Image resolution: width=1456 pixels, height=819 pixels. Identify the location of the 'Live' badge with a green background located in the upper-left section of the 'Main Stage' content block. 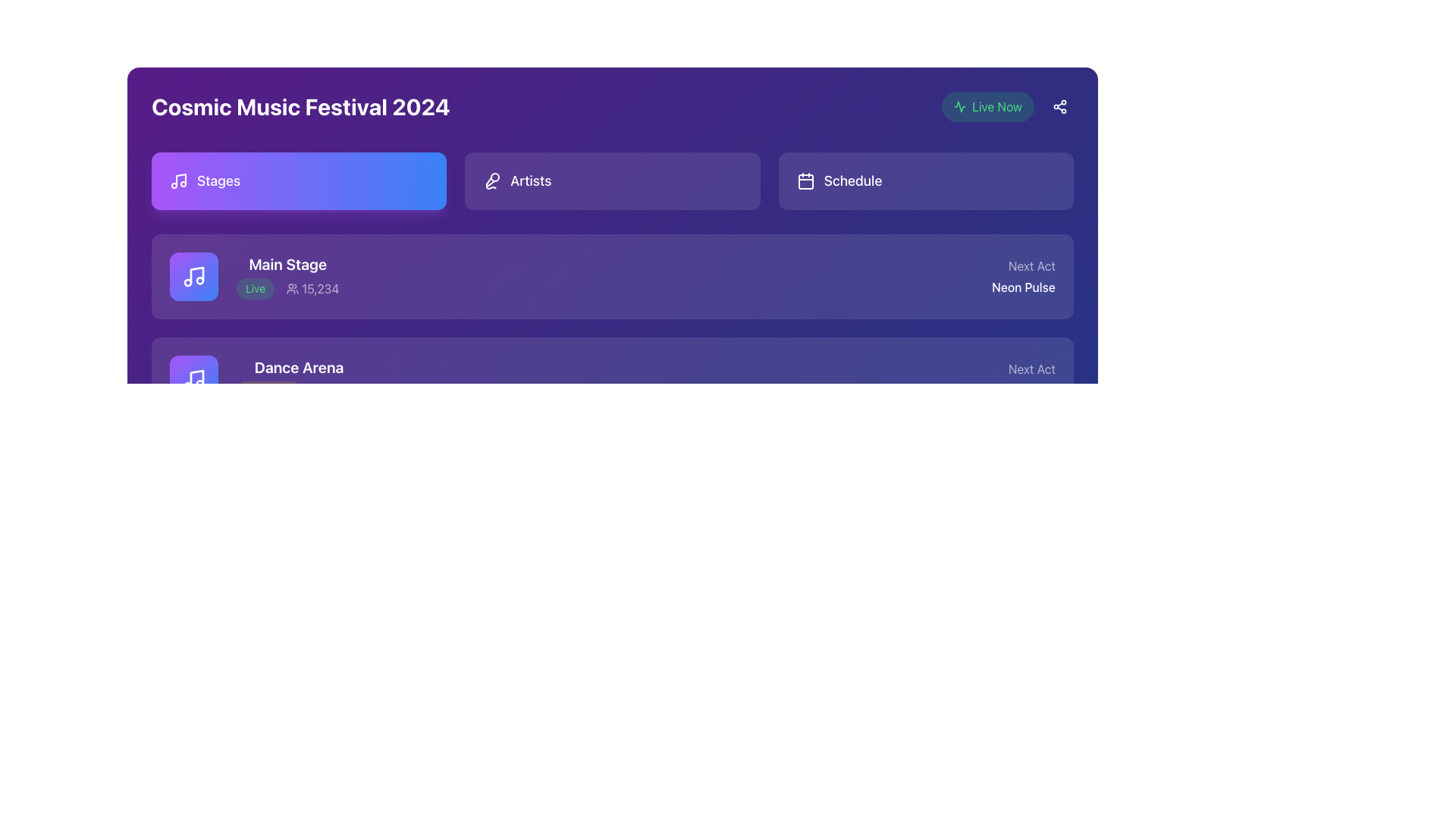
(256, 289).